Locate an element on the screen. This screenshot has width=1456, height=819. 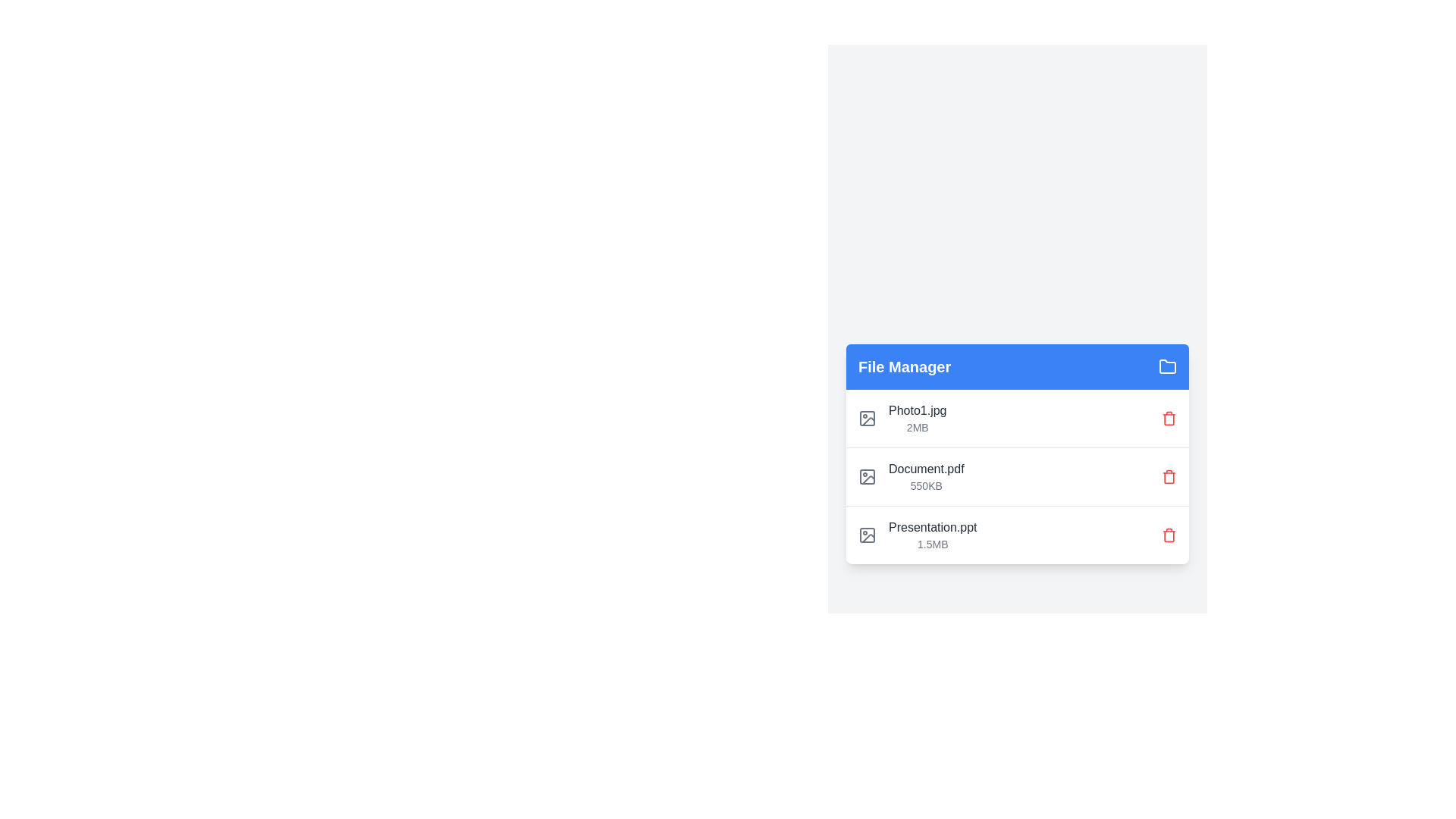
the image-style icon with rounded corners and a circular element, located to the left of 'Photo1.jpg' and '2MB' in the first entry of the list in the 'File Manager' section is located at coordinates (867, 418).